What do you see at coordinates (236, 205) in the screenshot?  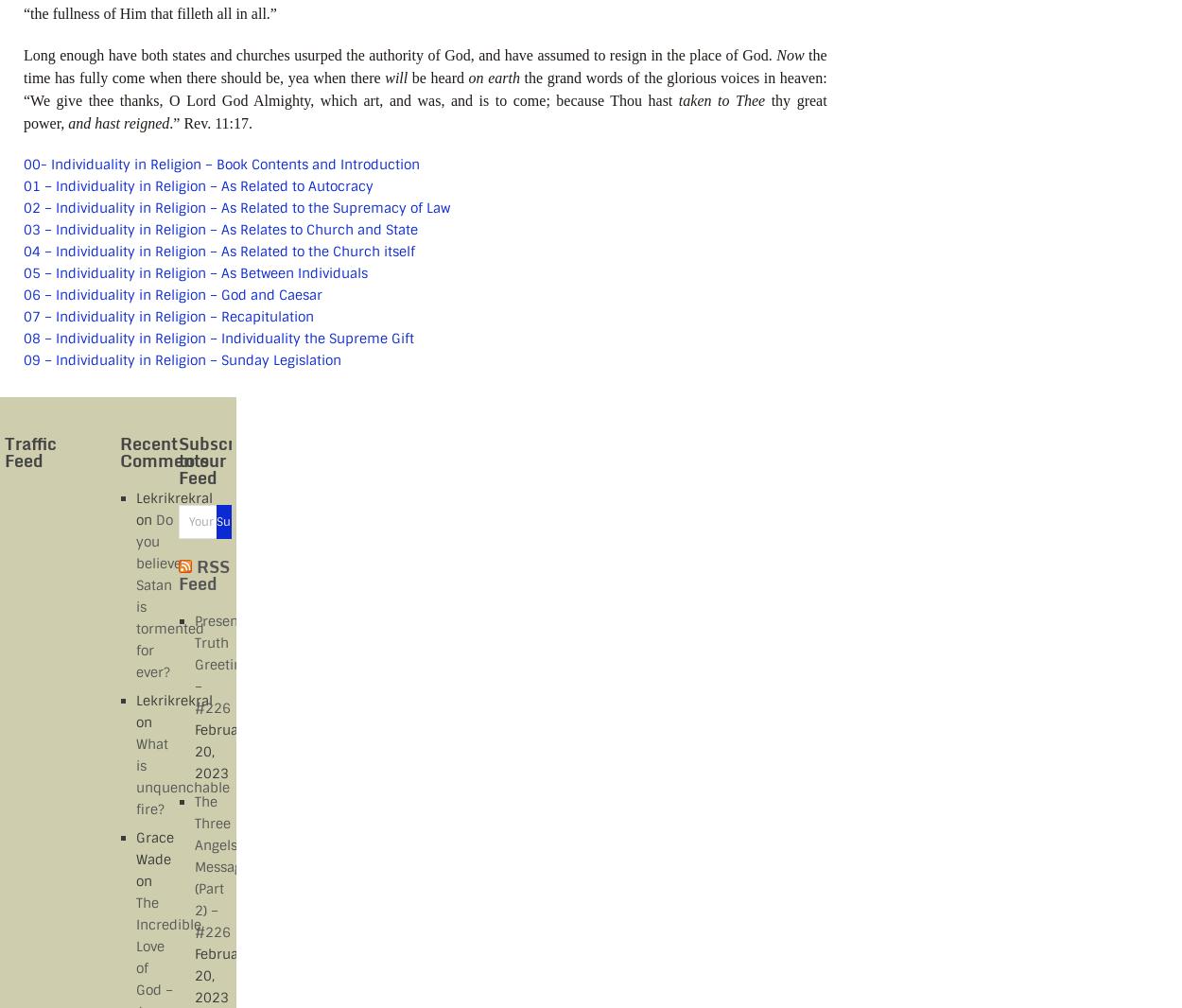 I see `'02 – Individuality in Religion – As Related to the Supremacy of Law'` at bounding box center [236, 205].